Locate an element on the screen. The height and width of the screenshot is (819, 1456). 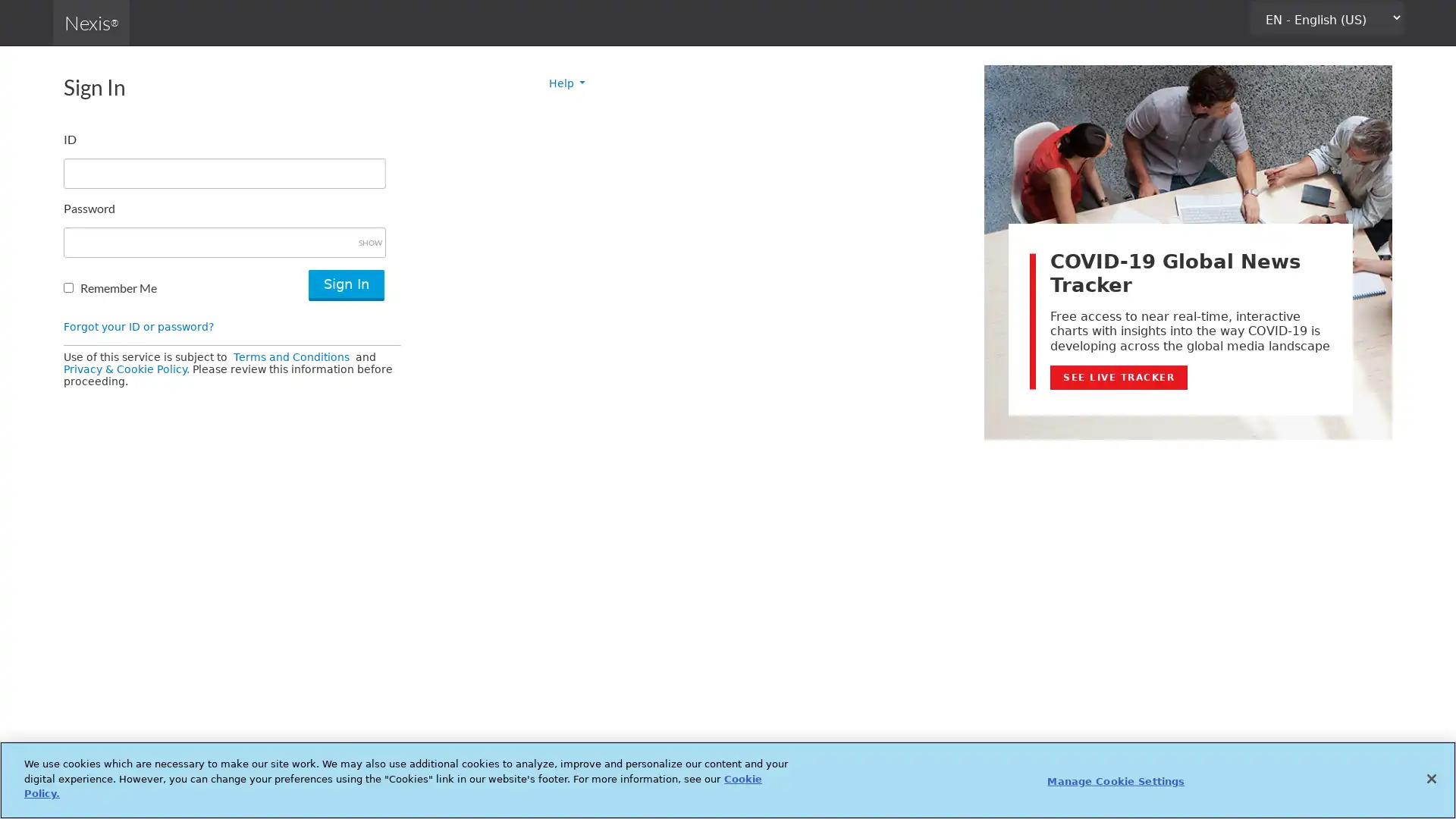
Help is located at coordinates (566, 83).